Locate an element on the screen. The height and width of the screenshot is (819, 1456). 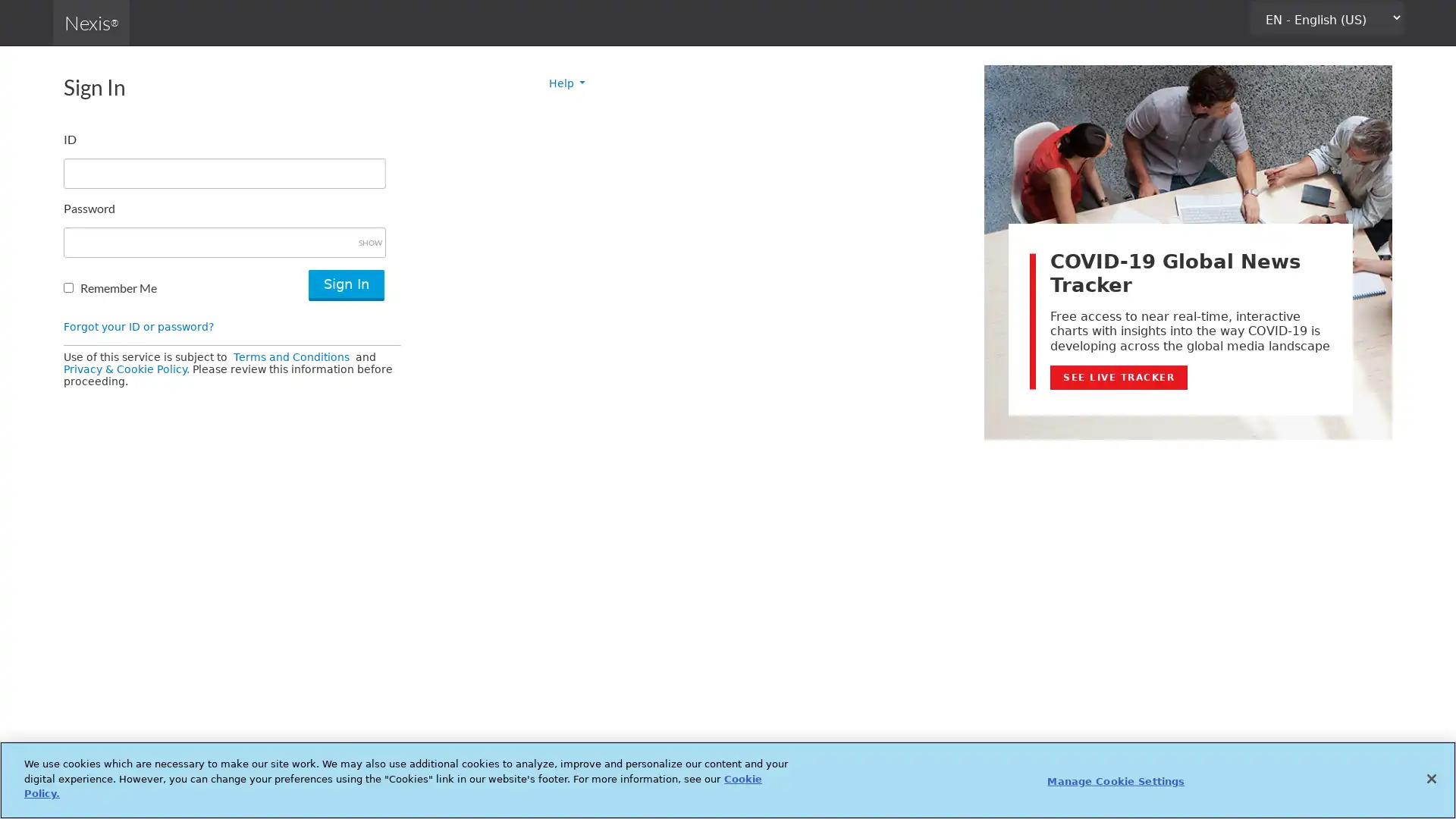
Help is located at coordinates (566, 83).